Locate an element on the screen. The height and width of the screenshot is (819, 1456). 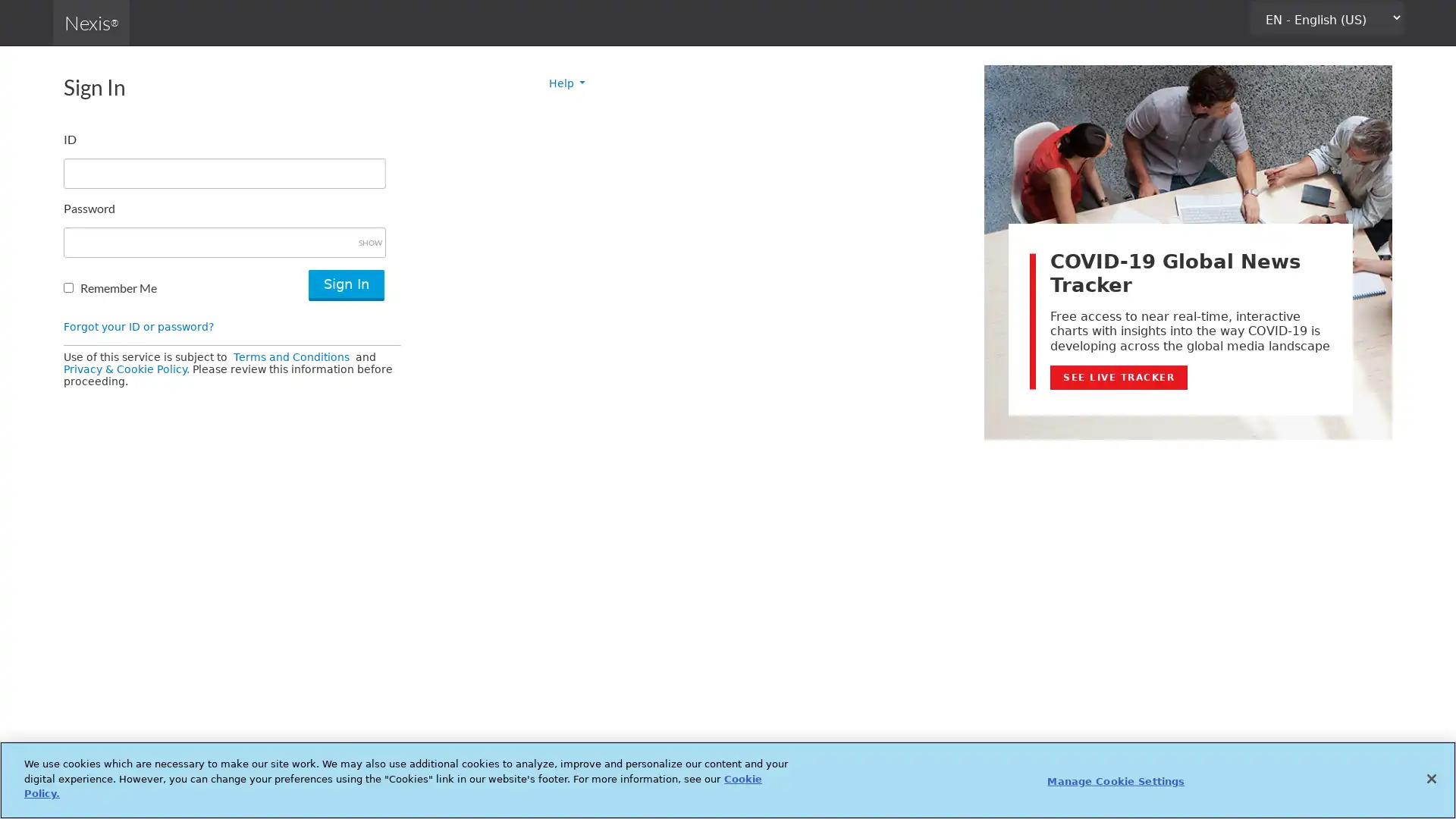
Help is located at coordinates (566, 83).